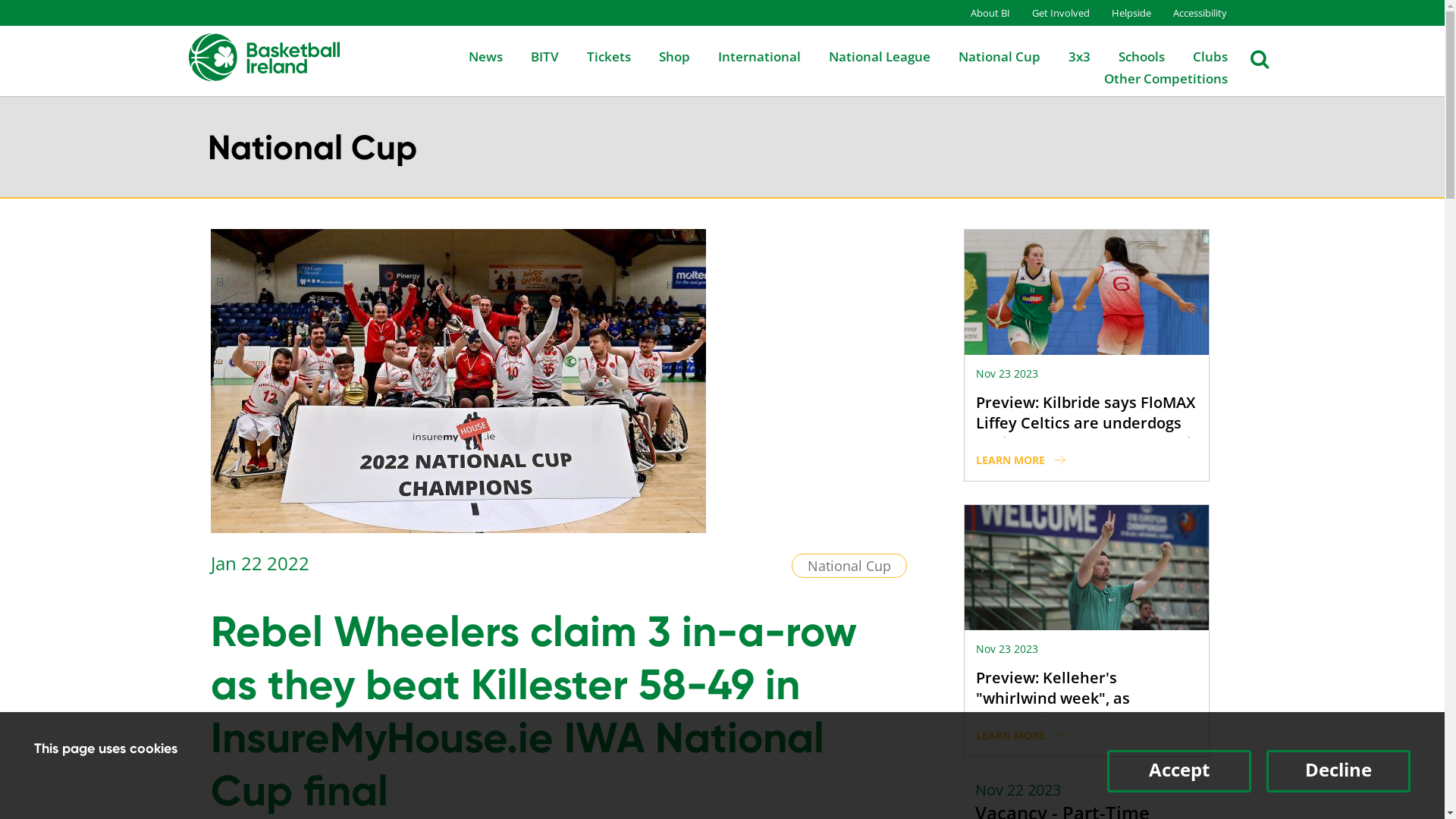 This screenshot has height=819, width=1456. What do you see at coordinates (1188, 12) in the screenshot?
I see `'Accessibility'` at bounding box center [1188, 12].